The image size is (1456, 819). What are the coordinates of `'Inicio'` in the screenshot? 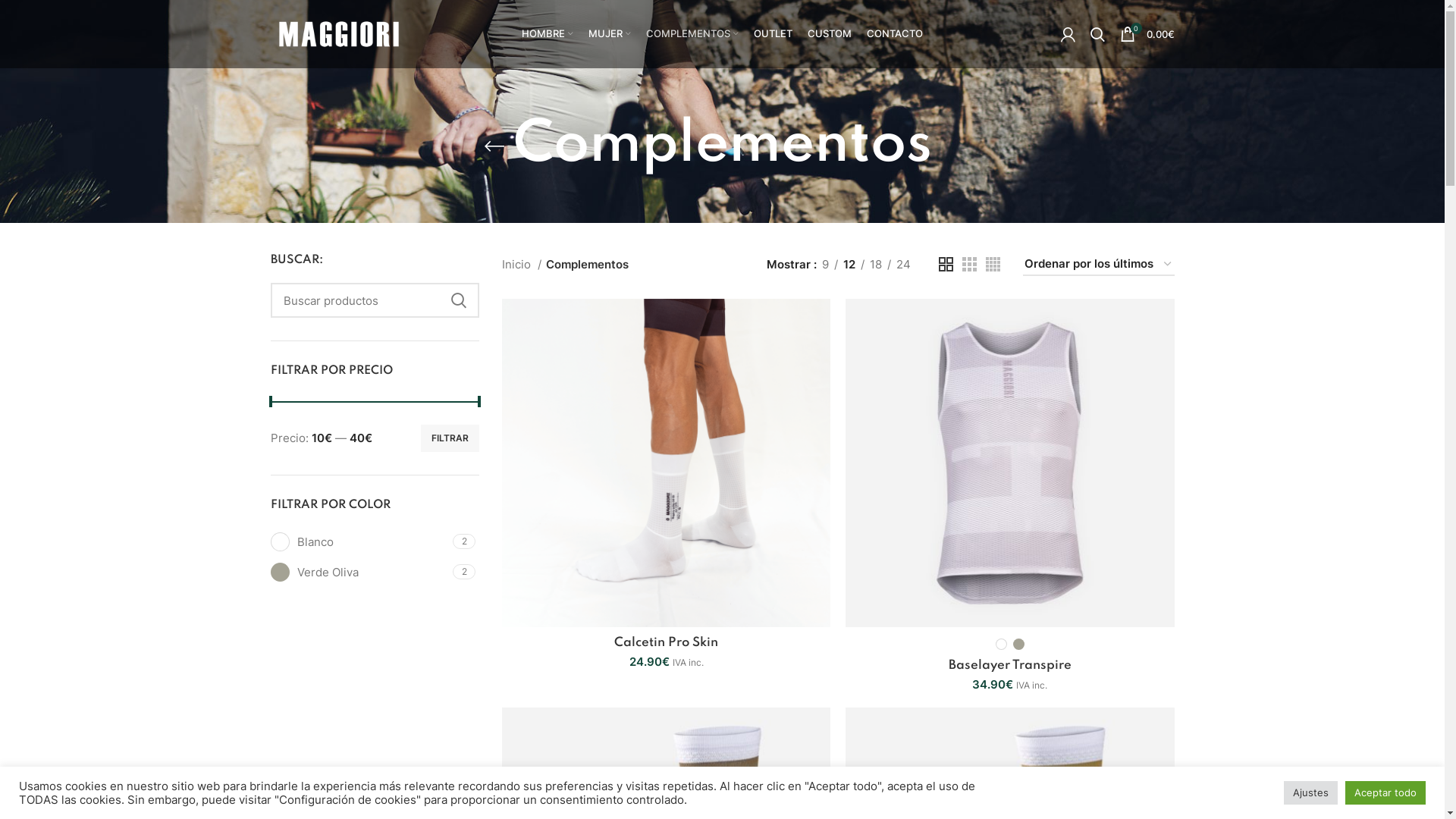 It's located at (502, 263).